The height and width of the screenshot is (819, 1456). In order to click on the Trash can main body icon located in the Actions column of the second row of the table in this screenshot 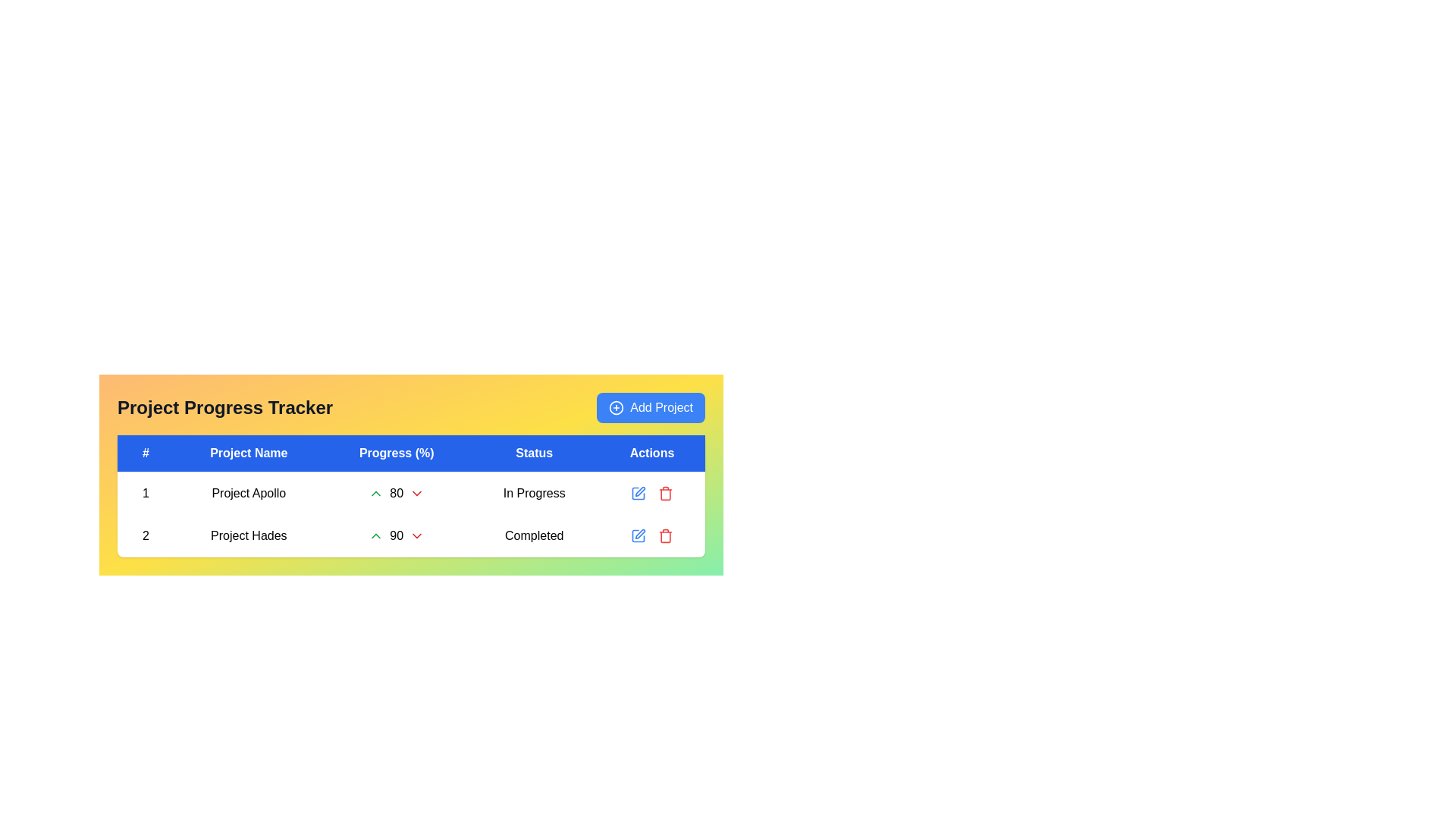, I will do `click(666, 494)`.